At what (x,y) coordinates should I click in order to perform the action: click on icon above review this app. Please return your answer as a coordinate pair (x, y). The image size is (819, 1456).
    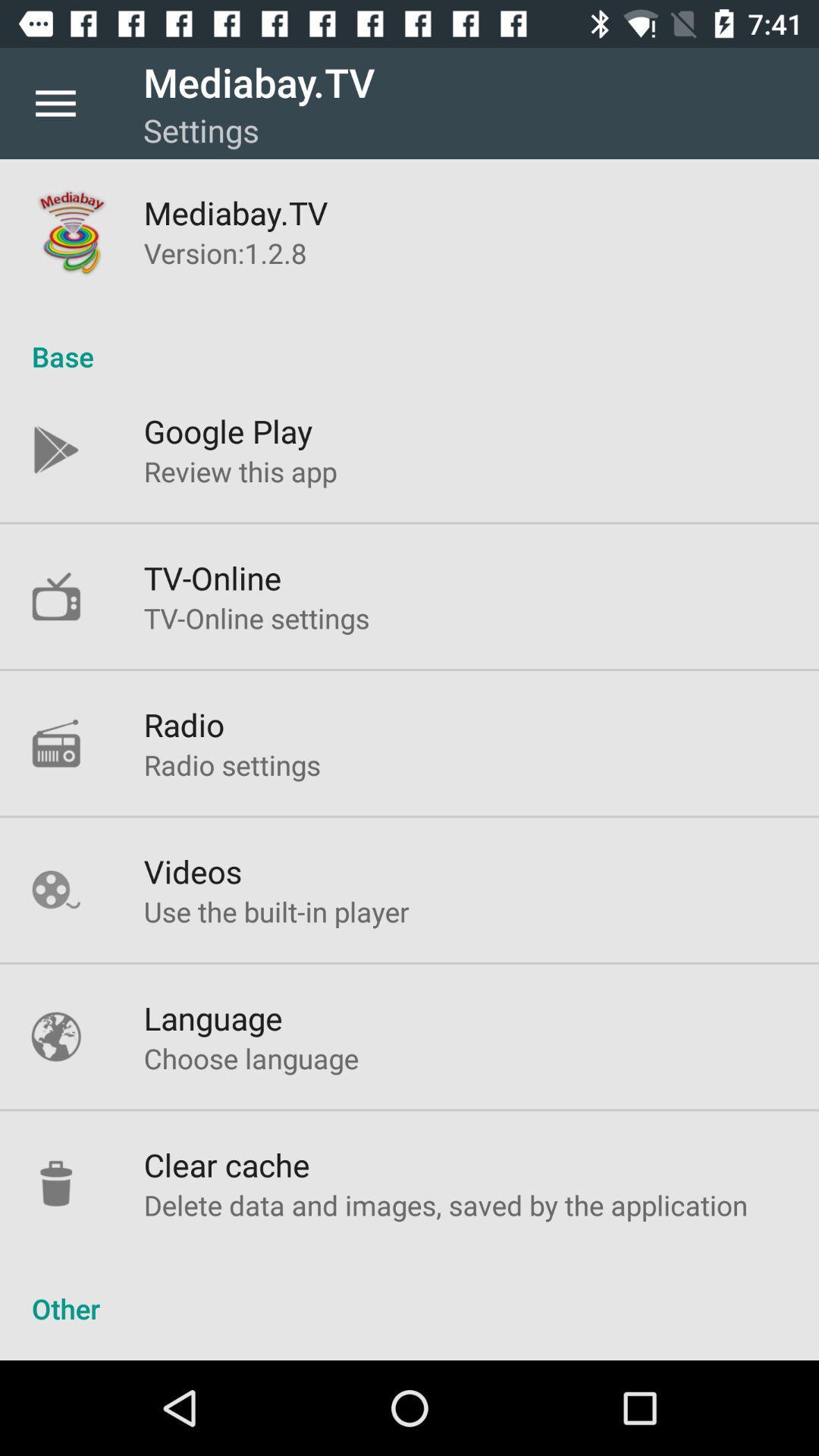
    Looking at the image, I should click on (228, 430).